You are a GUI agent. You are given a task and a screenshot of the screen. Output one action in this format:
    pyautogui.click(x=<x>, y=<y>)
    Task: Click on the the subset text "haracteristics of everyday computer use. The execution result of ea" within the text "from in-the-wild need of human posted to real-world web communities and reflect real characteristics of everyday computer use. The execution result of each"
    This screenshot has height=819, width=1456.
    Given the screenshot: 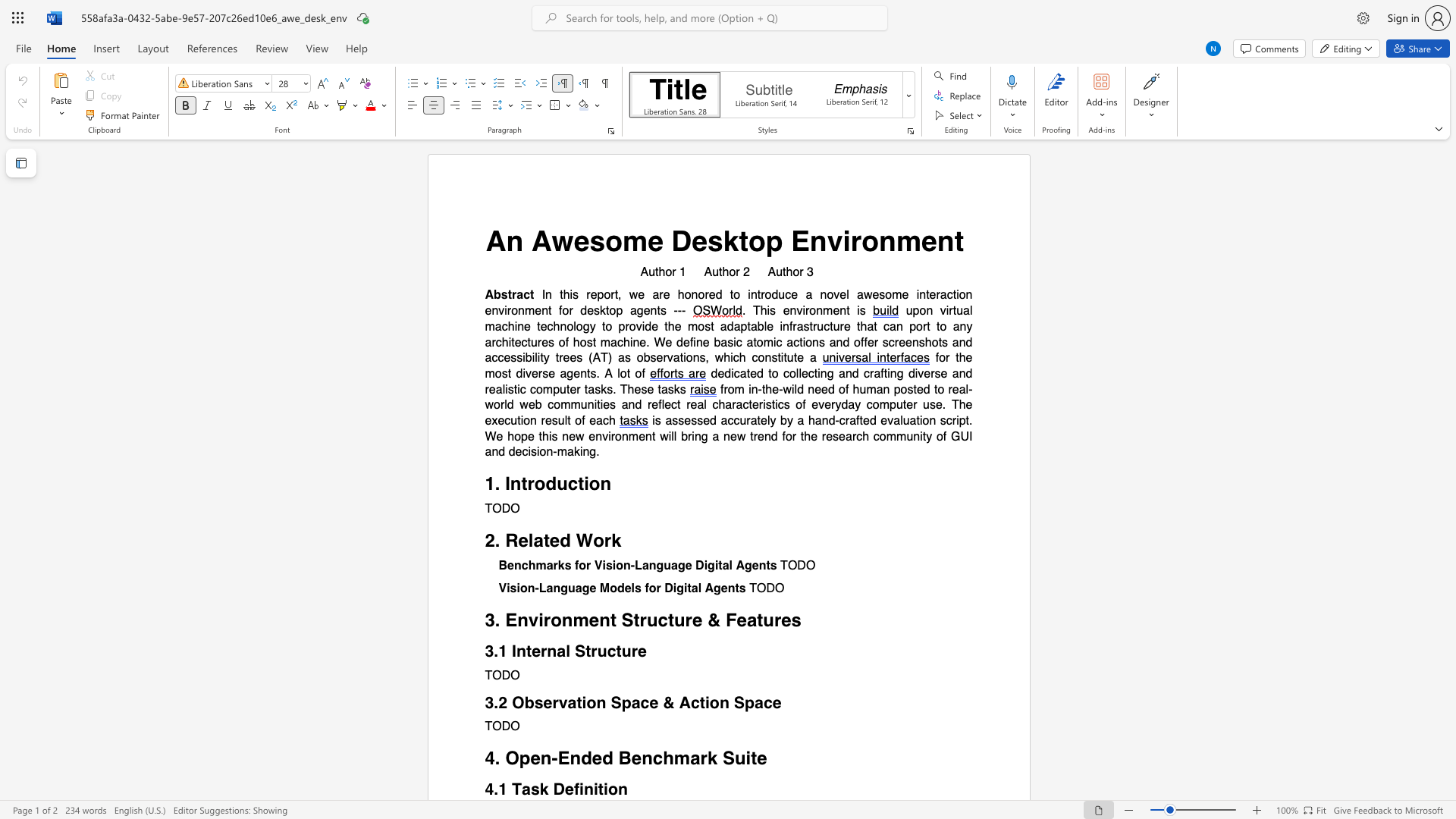 What is the action you would take?
    pyautogui.click(x=717, y=404)
    